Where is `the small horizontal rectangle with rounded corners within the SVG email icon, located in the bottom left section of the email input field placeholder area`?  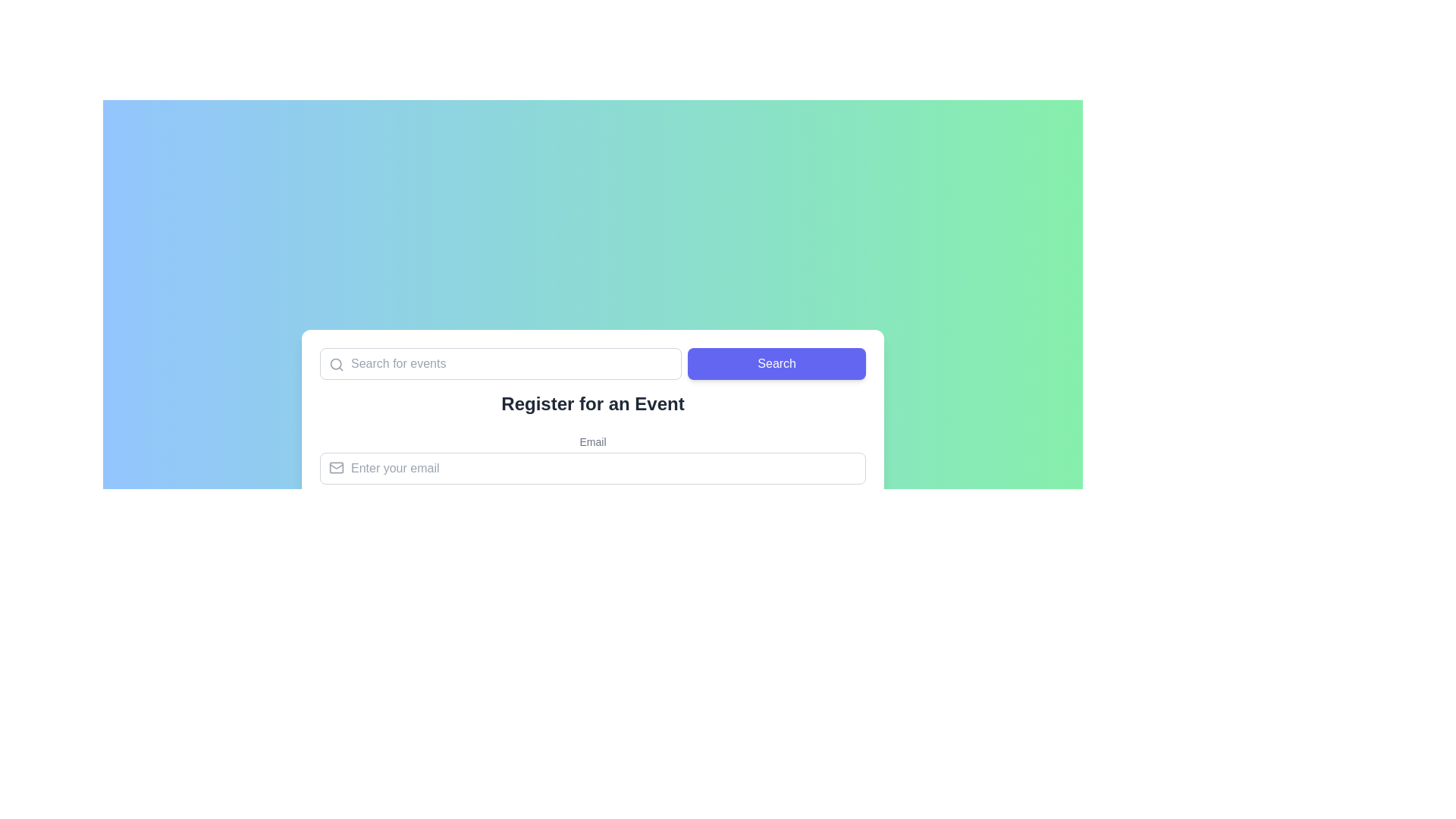 the small horizontal rectangle with rounded corners within the SVG email icon, located in the bottom left section of the email input field placeholder area is located at coordinates (336, 467).